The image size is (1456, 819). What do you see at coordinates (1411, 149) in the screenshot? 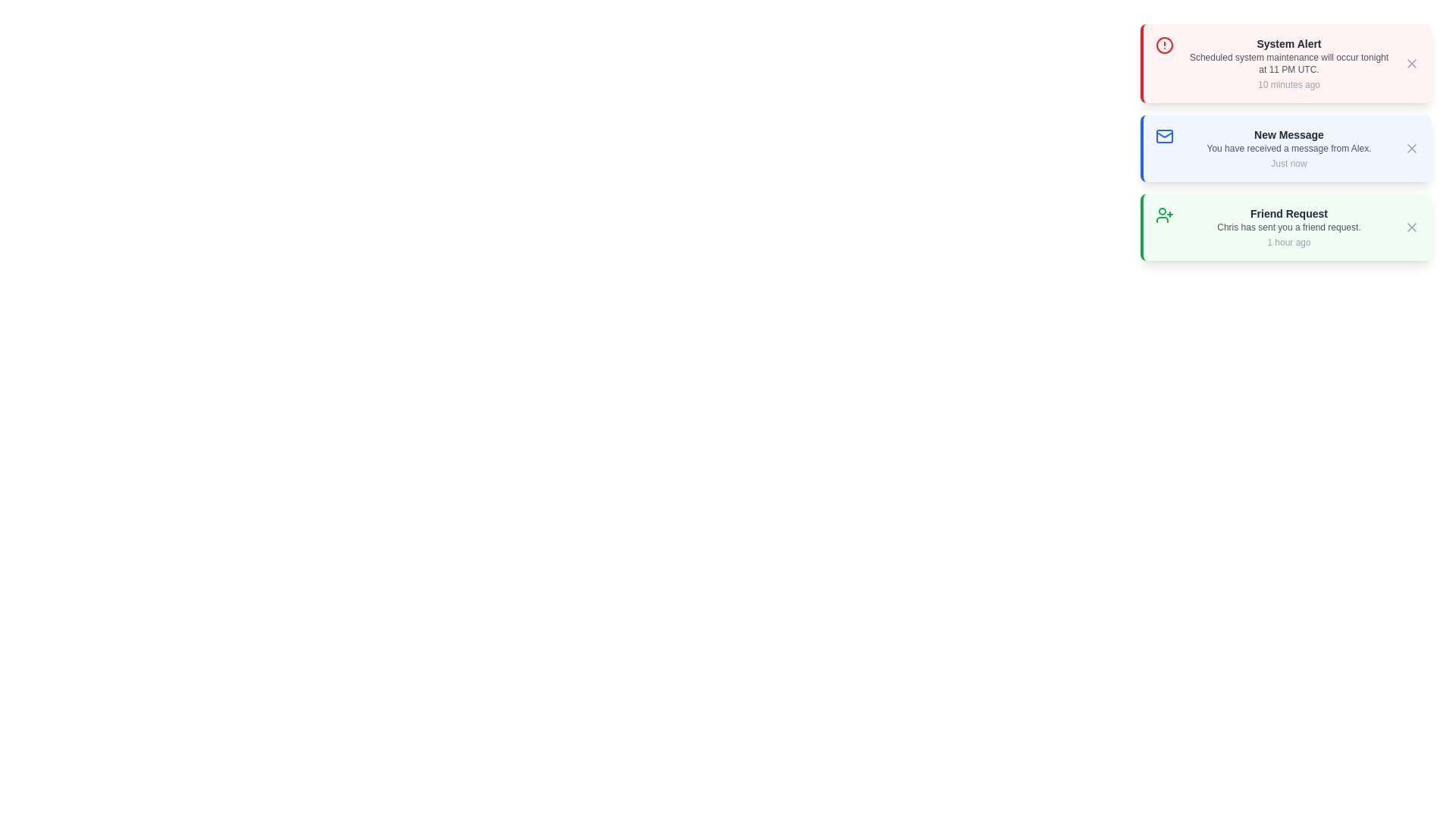
I see `the Close button located at the top-right corner of the 'New Message' notification card to trigger visual feedback` at bounding box center [1411, 149].